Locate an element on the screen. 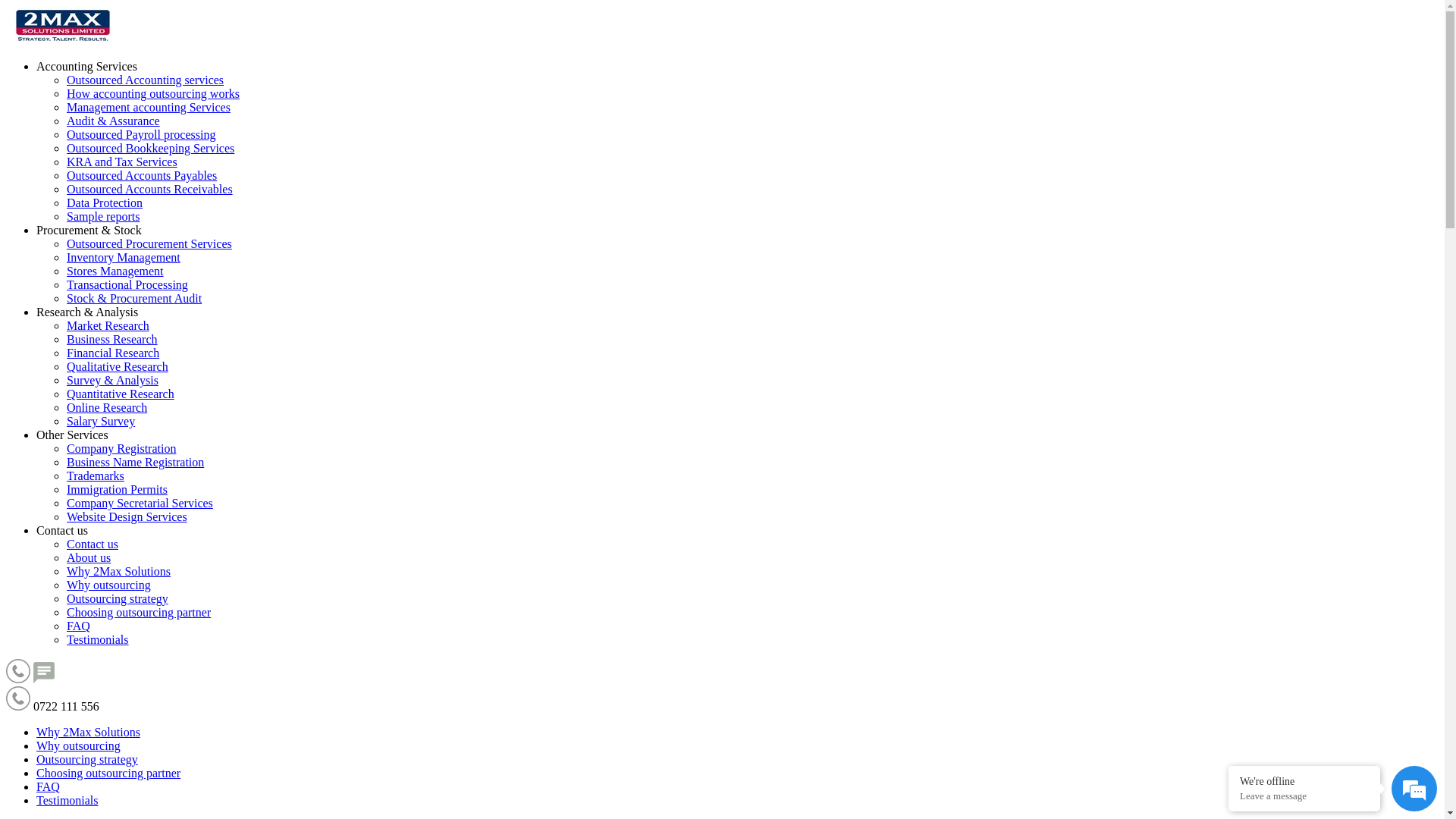 The height and width of the screenshot is (819, 1456). 'Website Design Services' is located at coordinates (127, 516).